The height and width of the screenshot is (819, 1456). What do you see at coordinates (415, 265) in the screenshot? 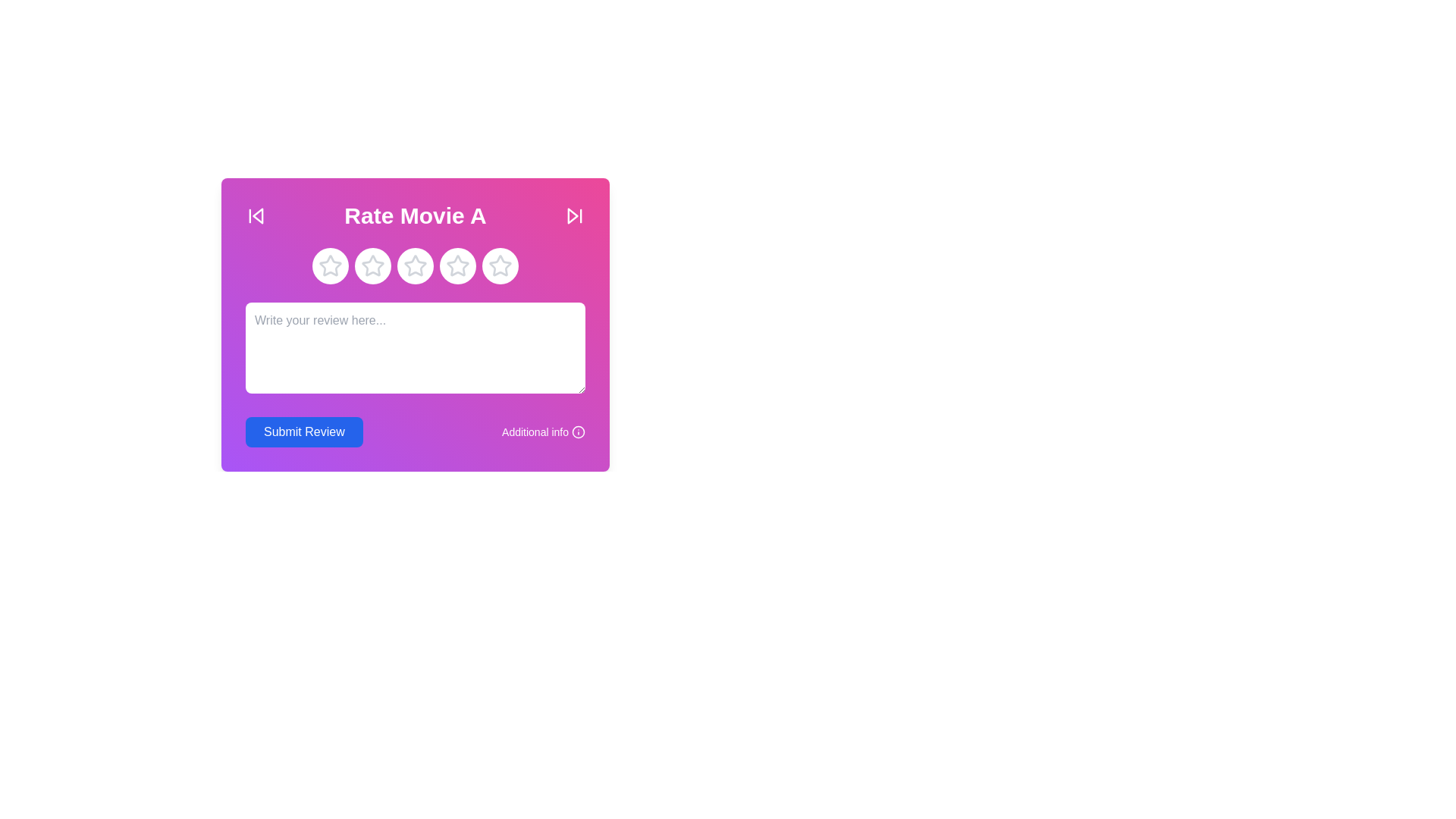
I see `the third star in the row of five rating stars` at bounding box center [415, 265].